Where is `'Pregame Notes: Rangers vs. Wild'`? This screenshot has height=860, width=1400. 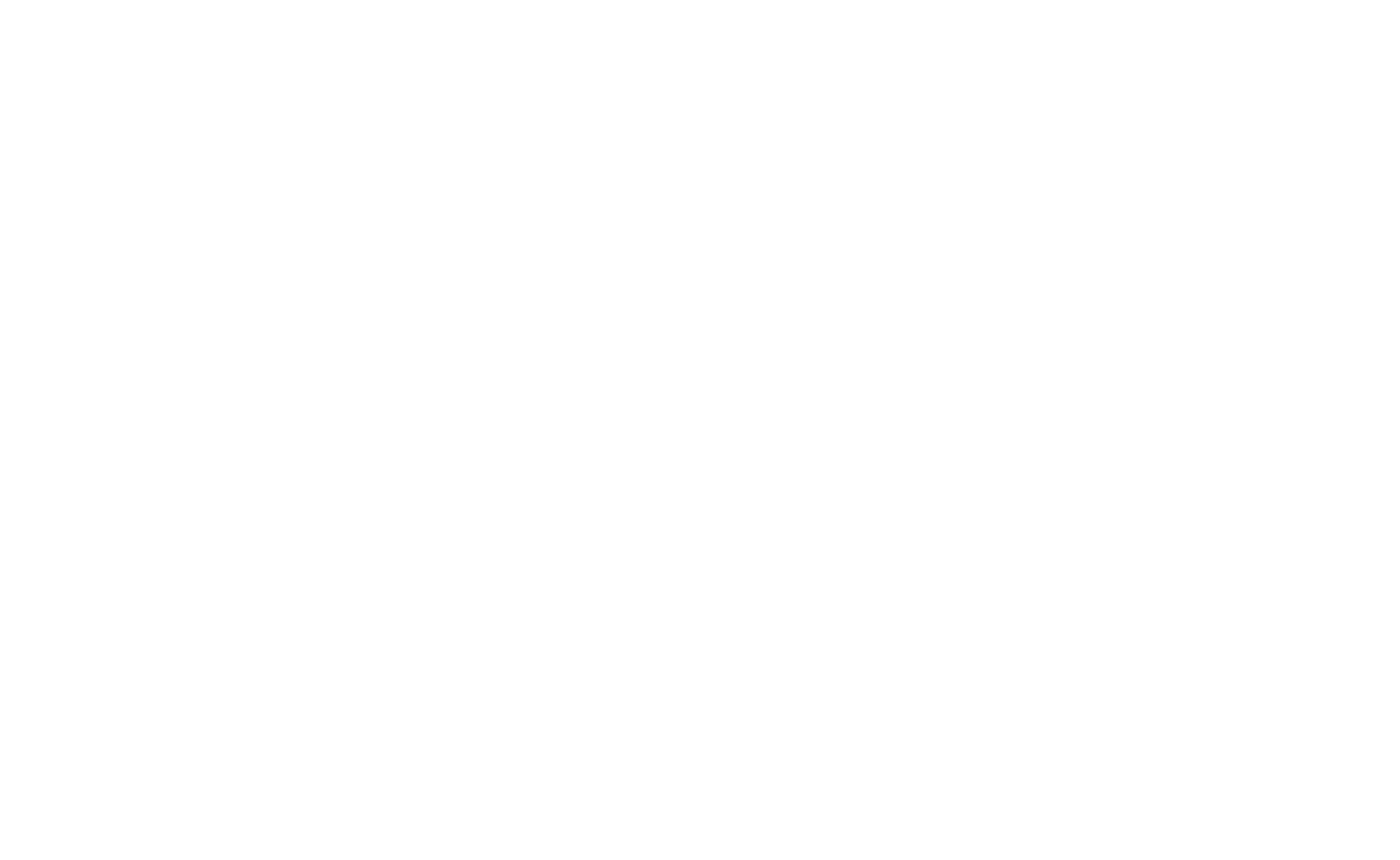
'Pregame Notes: Rangers vs. Wild' is located at coordinates (316, 87).